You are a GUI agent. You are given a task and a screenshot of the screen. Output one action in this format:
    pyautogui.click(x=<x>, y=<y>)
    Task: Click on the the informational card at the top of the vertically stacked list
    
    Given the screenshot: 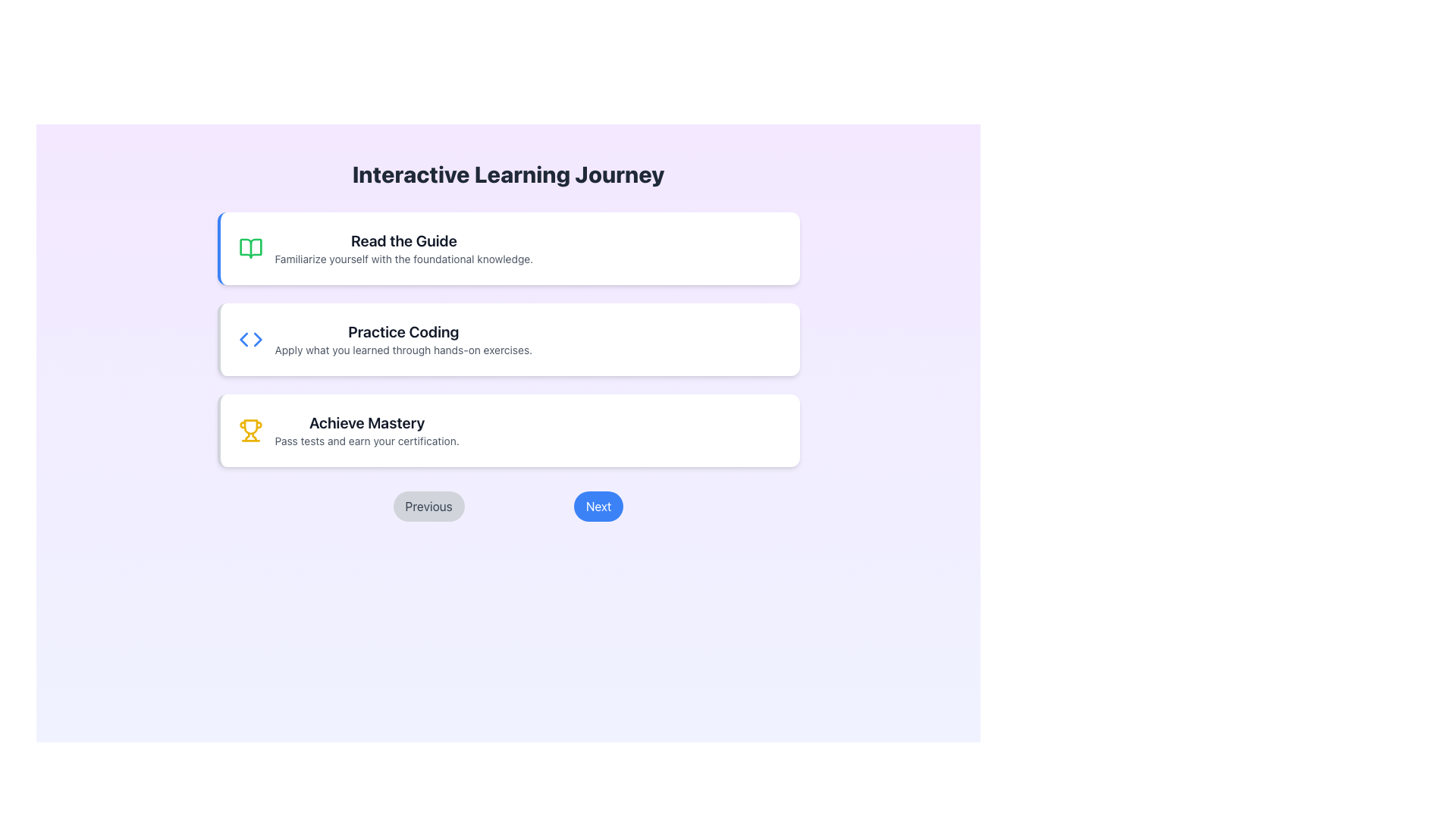 What is the action you would take?
    pyautogui.click(x=508, y=247)
    